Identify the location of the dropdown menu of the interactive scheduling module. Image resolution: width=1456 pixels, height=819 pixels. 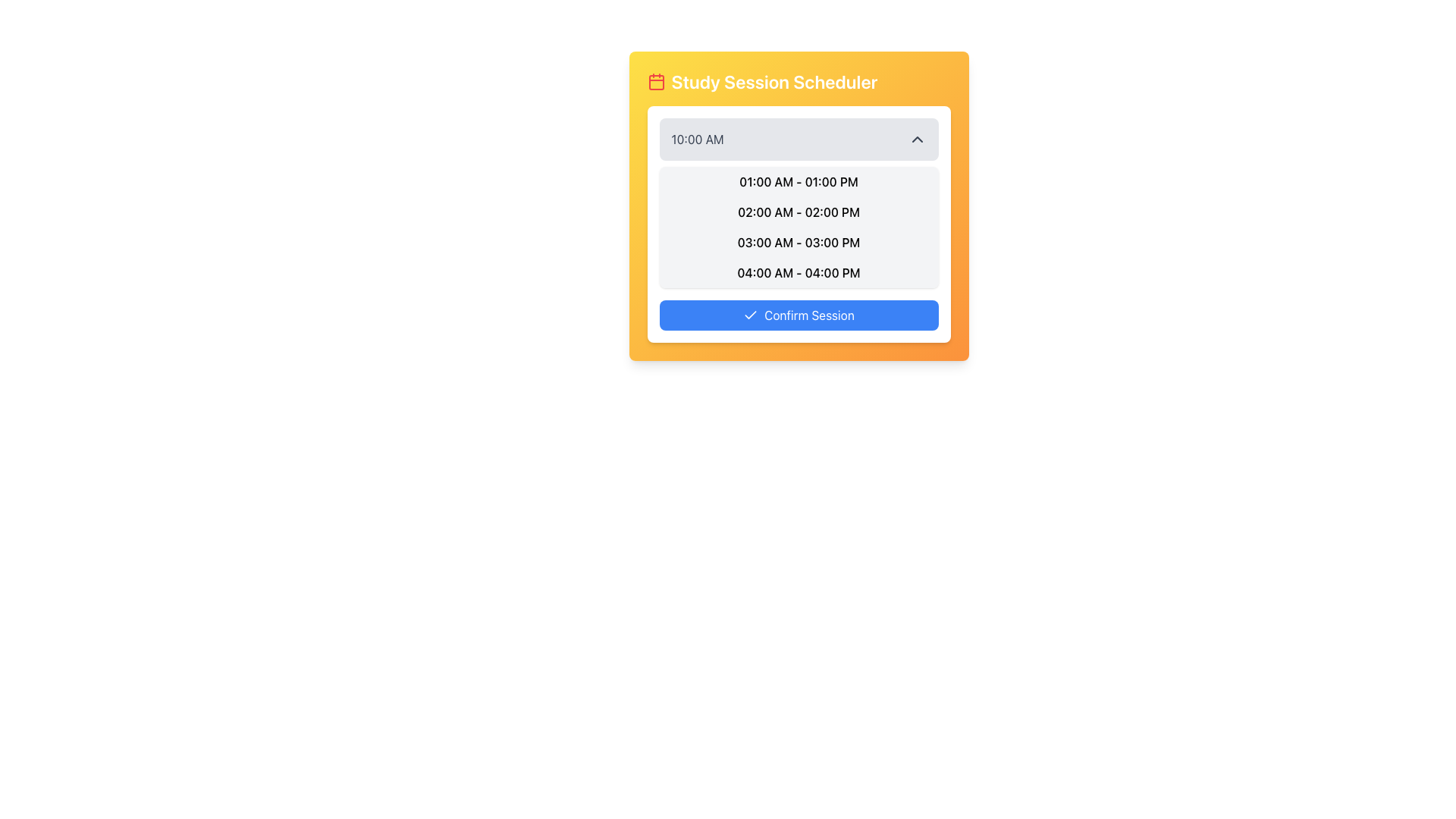
(798, 206).